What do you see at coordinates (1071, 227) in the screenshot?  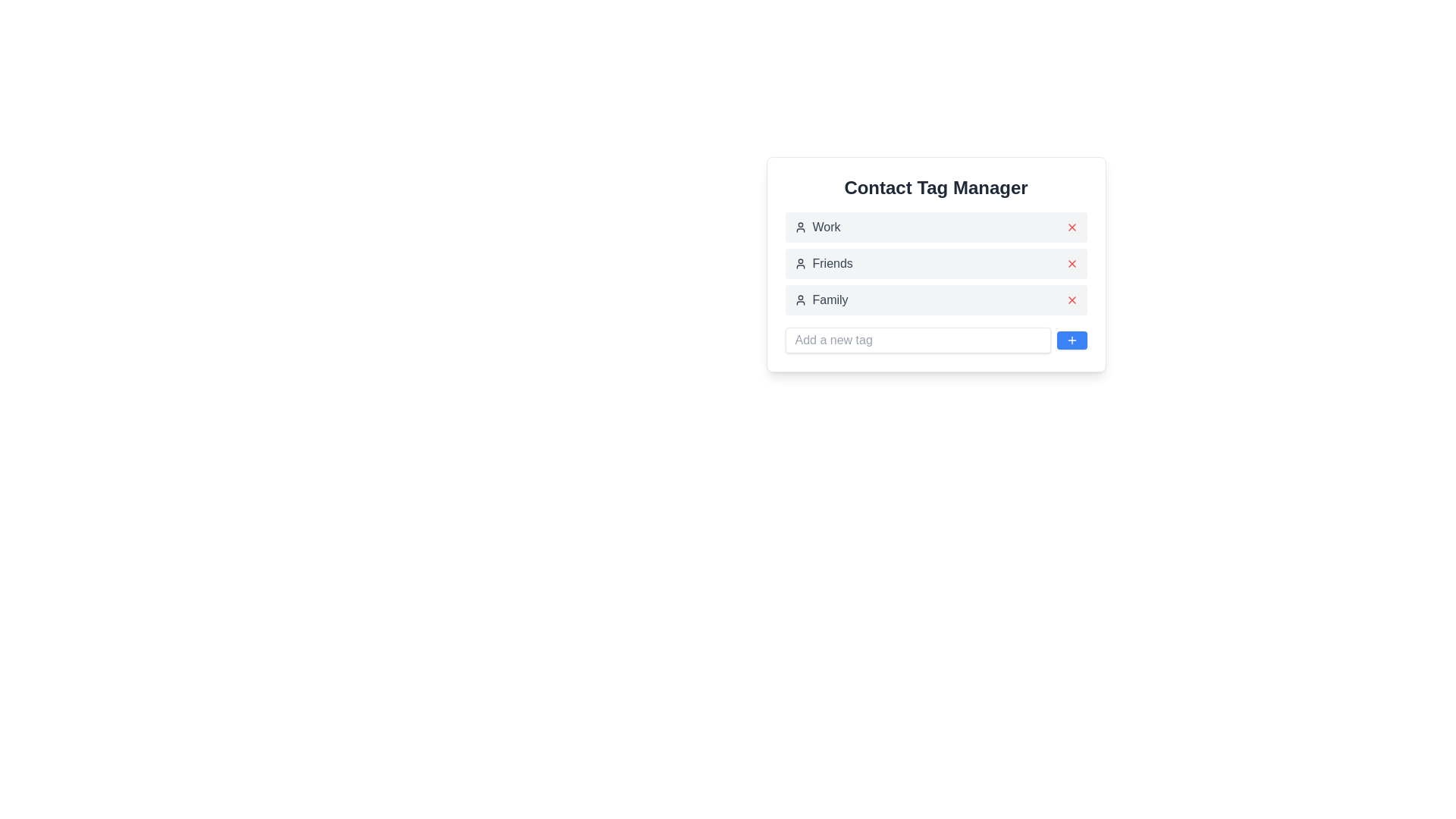 I see `the delete button located to the right of the 'Work' label` at bounding box center [1071, 227].